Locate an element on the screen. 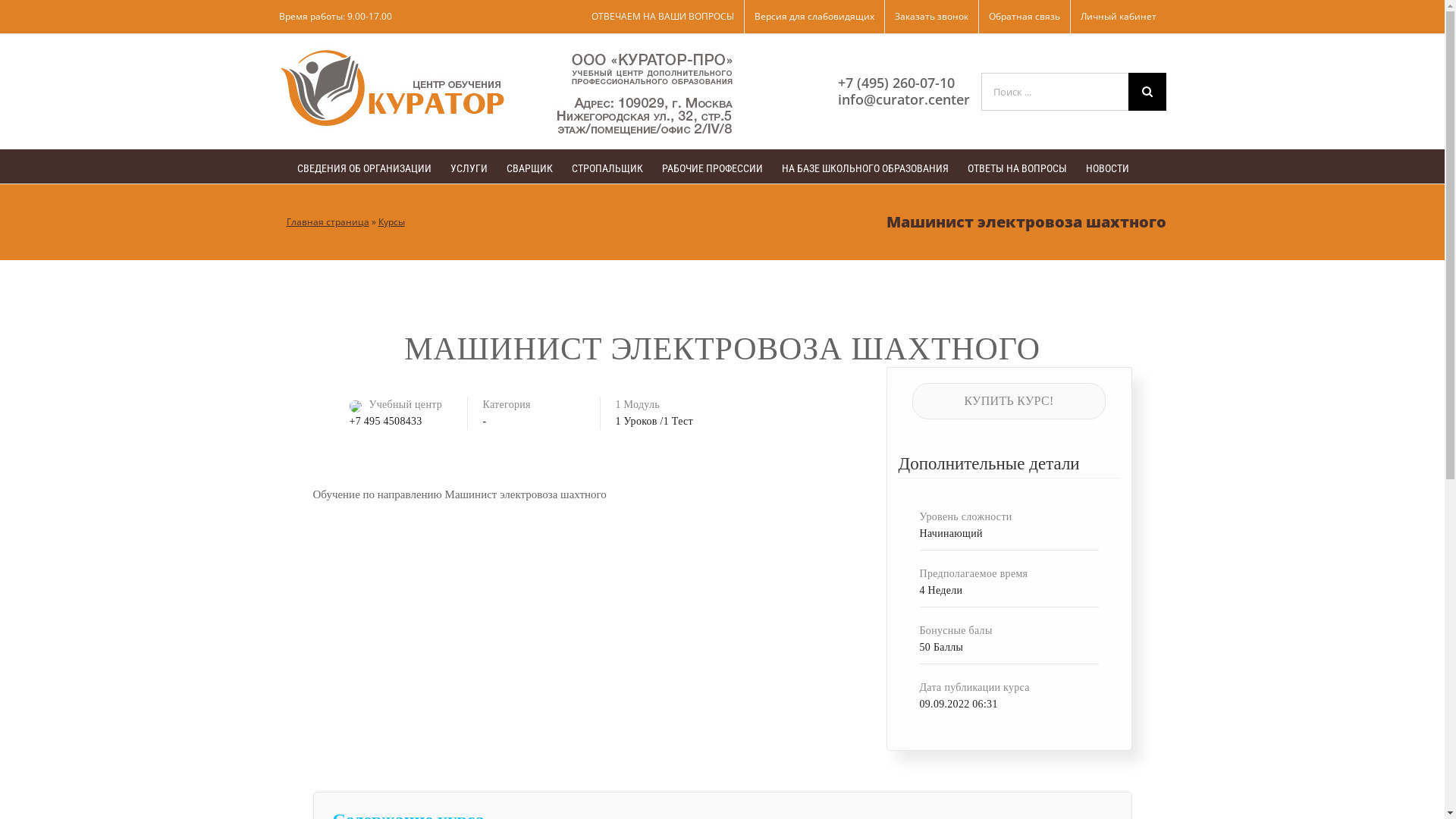  '+7 (495) 260-07-10' is located at coordinates (836, 82).